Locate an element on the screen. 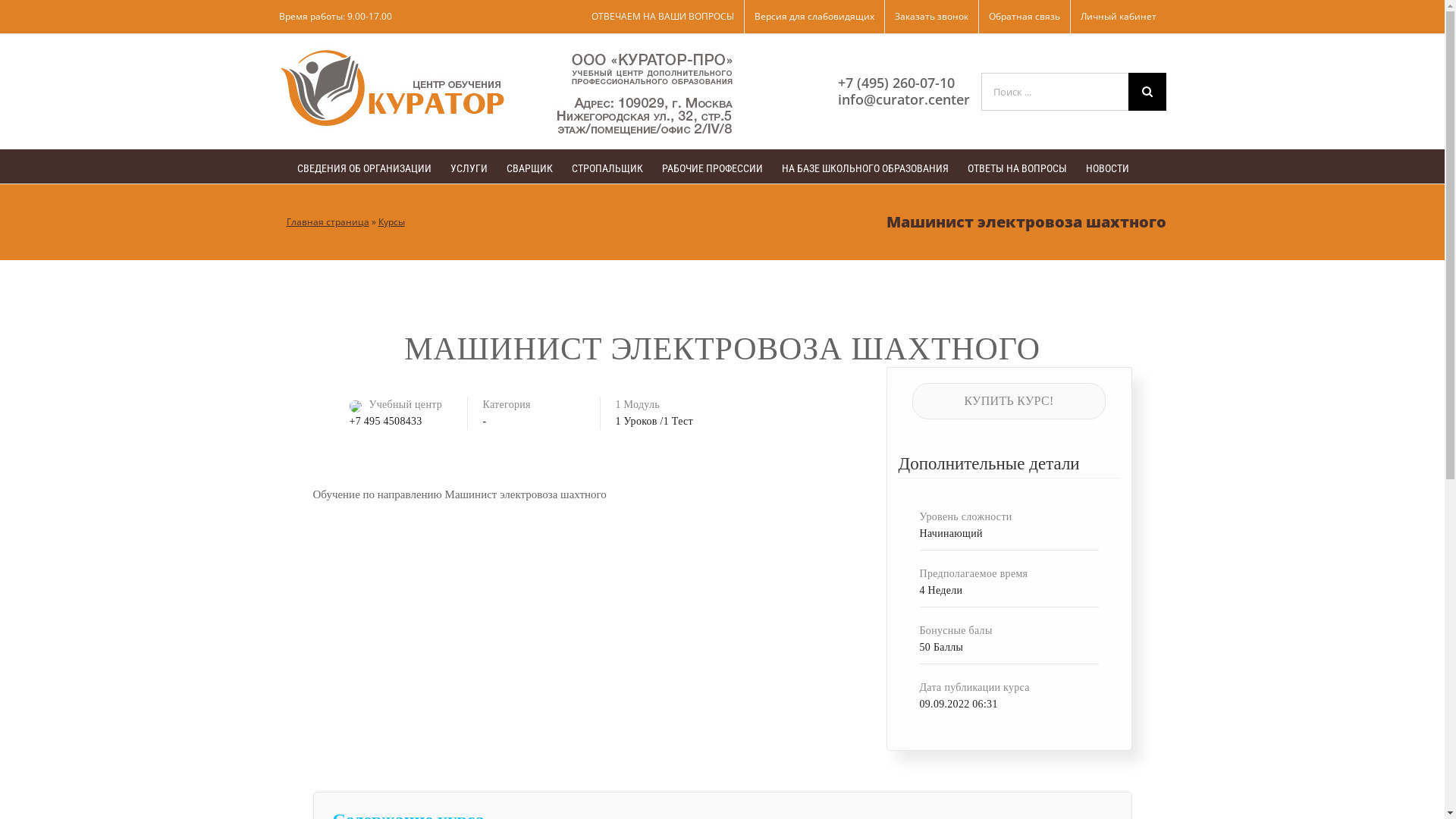  '+7 (495) 260-07-10' is located at coordinates (836, 82).